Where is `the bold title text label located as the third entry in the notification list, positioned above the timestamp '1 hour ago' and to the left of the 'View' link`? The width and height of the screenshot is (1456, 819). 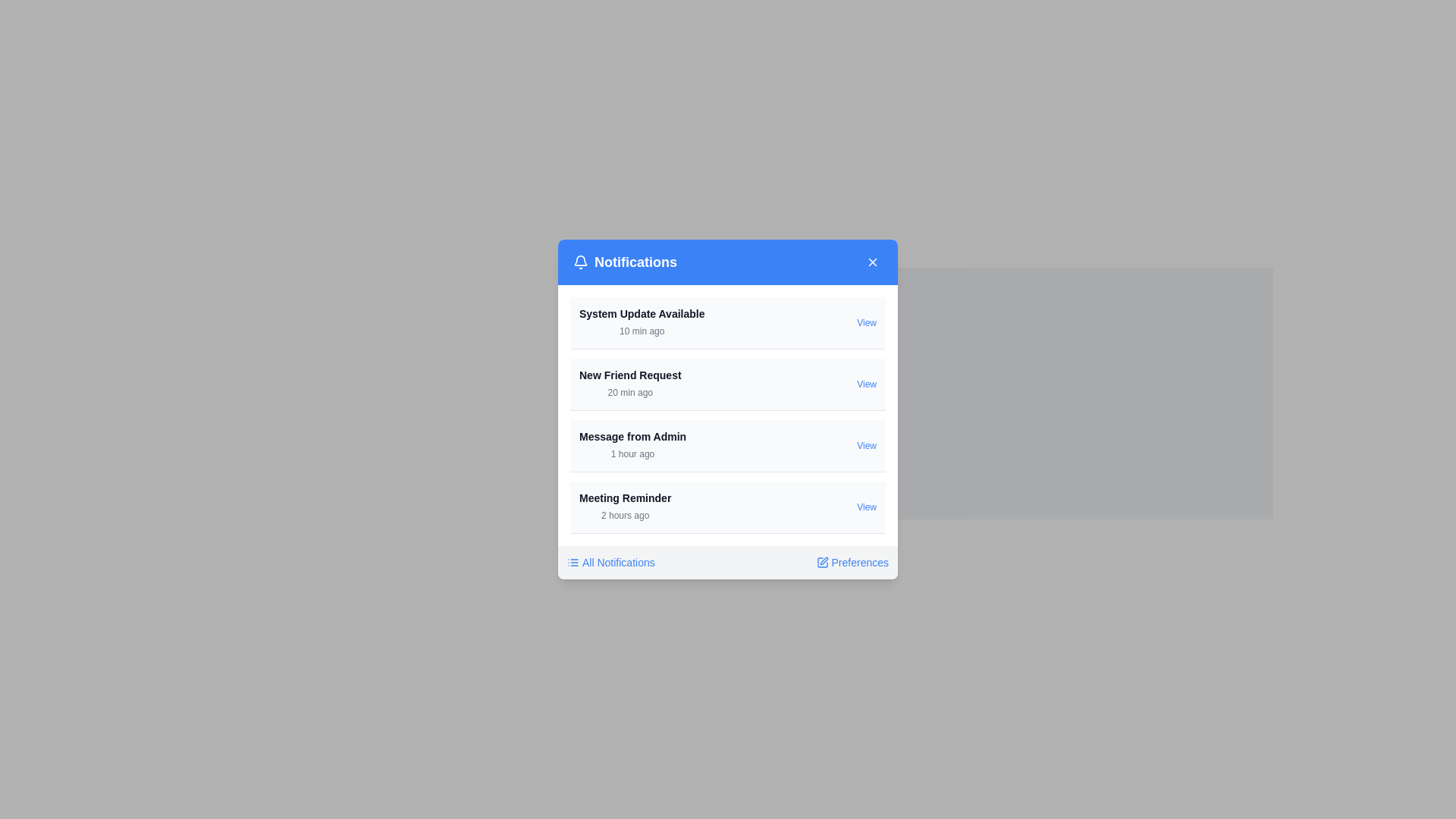 the bold title text label located as the third entry in the notification list, positioned above the timestamp '1 hour ago' and to the left of the 'View' link is located at coordinates (632, 436).